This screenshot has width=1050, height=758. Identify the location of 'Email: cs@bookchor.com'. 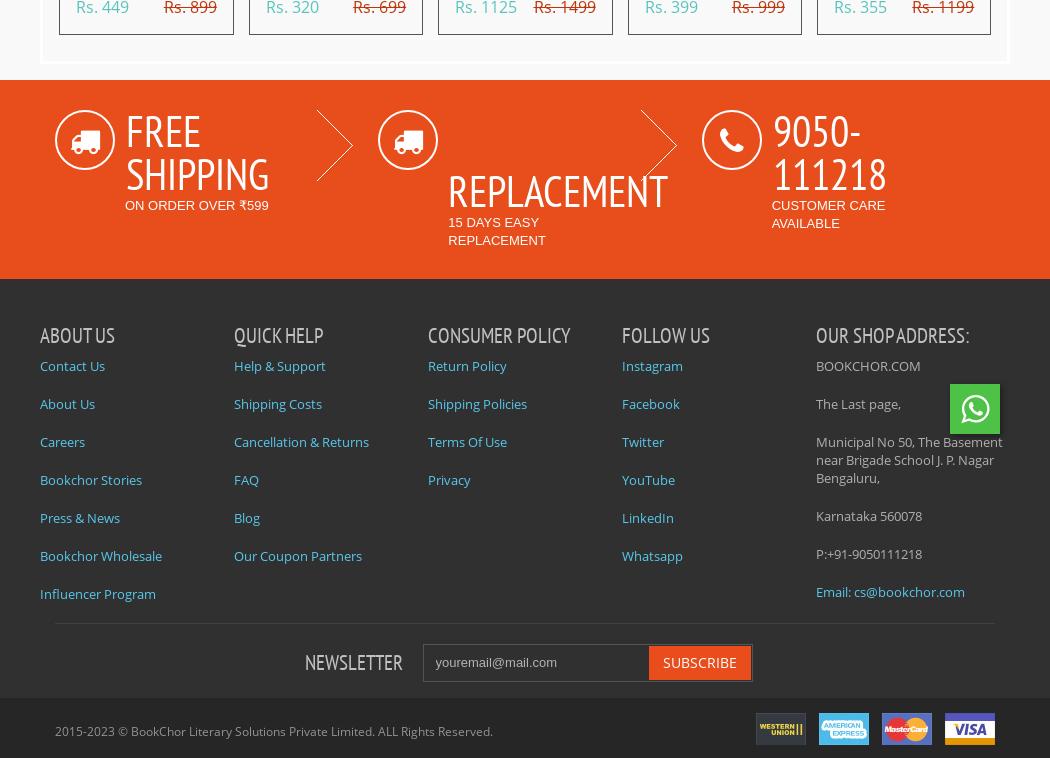
(889, 591).